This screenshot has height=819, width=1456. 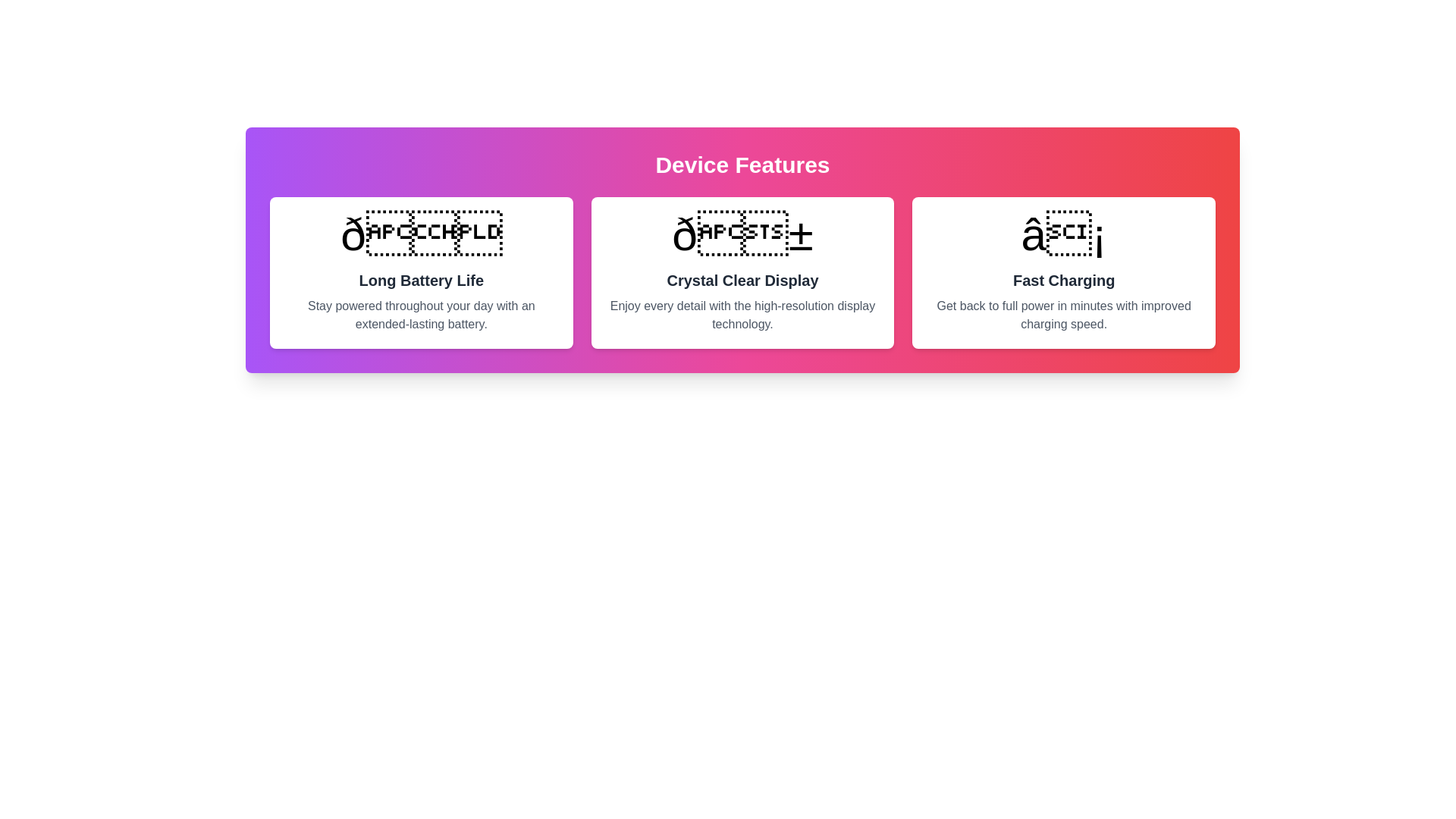 What do you see at coordinates (742, 281) in the screenshot?
I see `the 'Crystal Clear Display' title text label` at bounding box center [742, 281].